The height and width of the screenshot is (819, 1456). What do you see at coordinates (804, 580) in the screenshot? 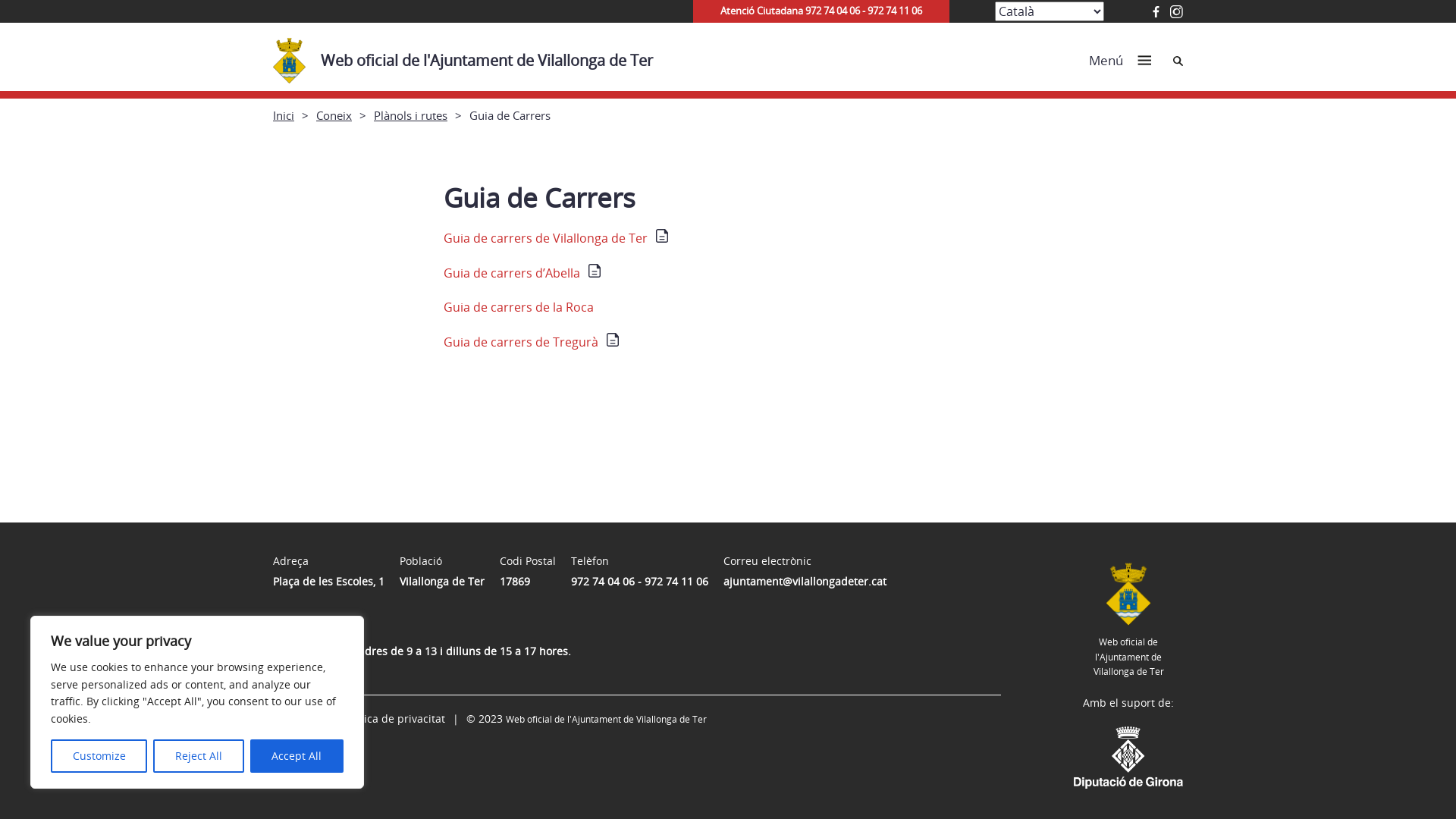
I see `'ajuntament@vilallongadeter.cat'` at bounding box center [804, 580].